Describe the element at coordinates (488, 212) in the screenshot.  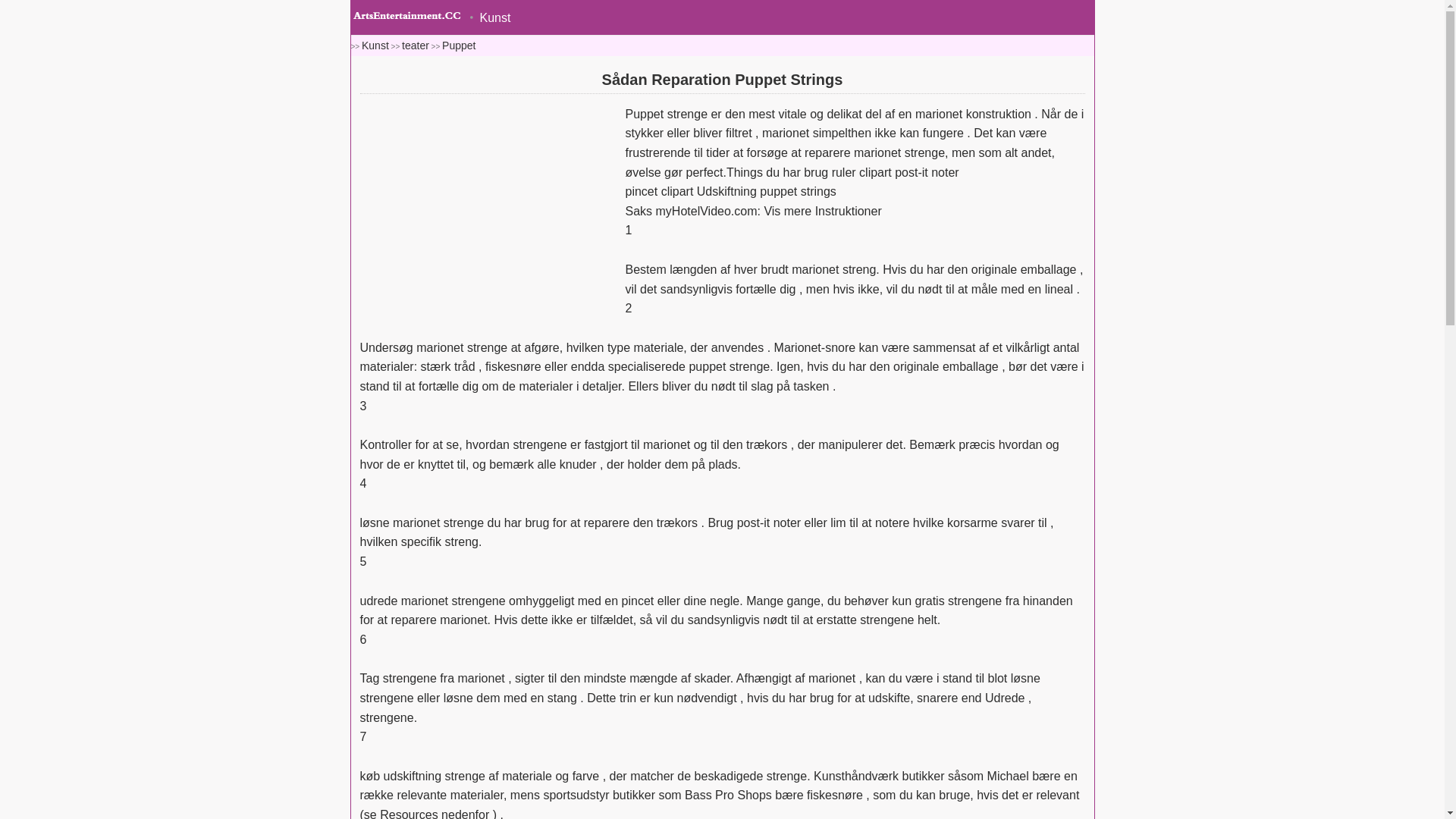
I see `'Advertisement'` at that location.